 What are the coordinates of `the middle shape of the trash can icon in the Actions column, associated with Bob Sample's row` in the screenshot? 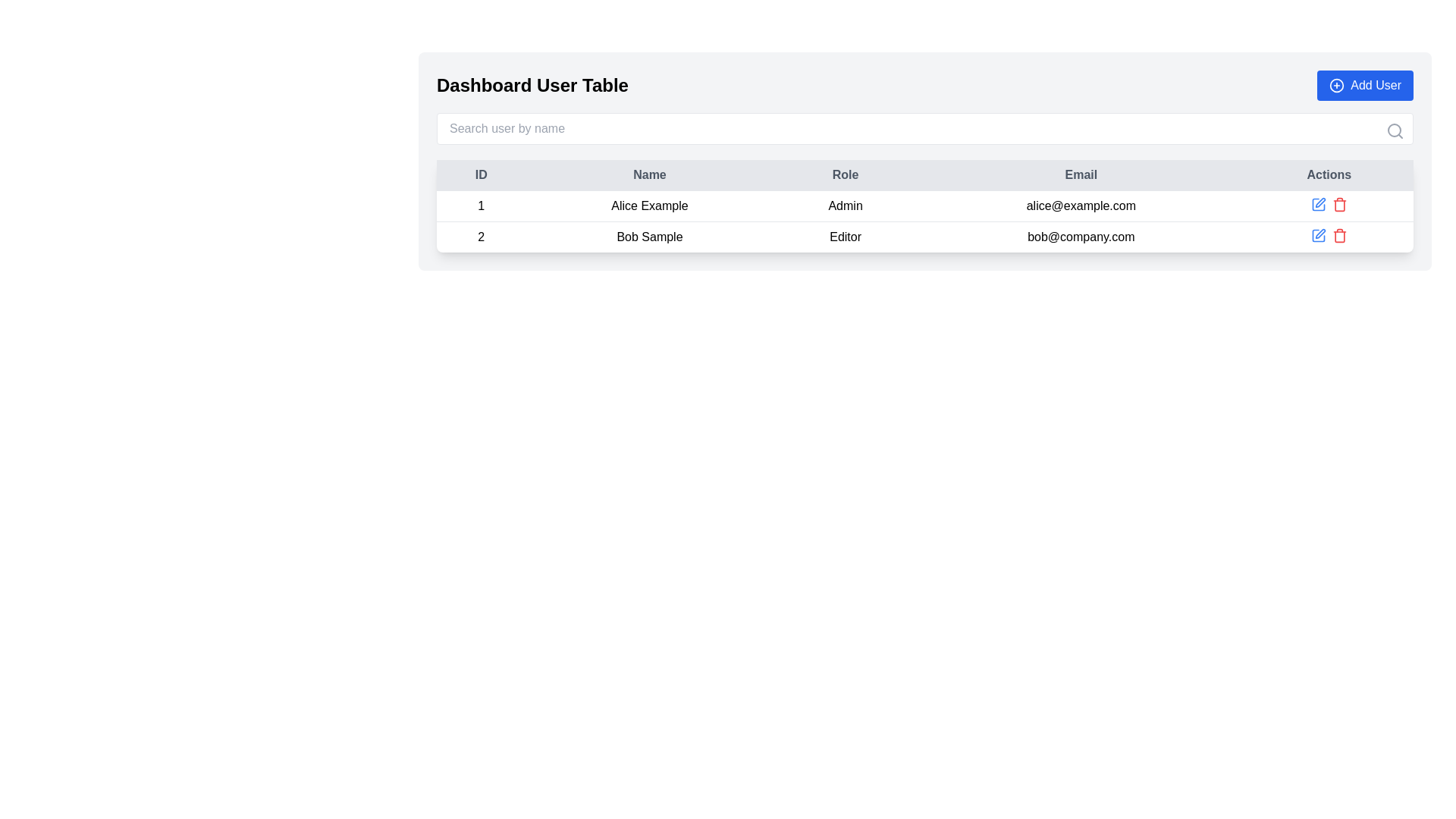 It's located at (1339, 206).